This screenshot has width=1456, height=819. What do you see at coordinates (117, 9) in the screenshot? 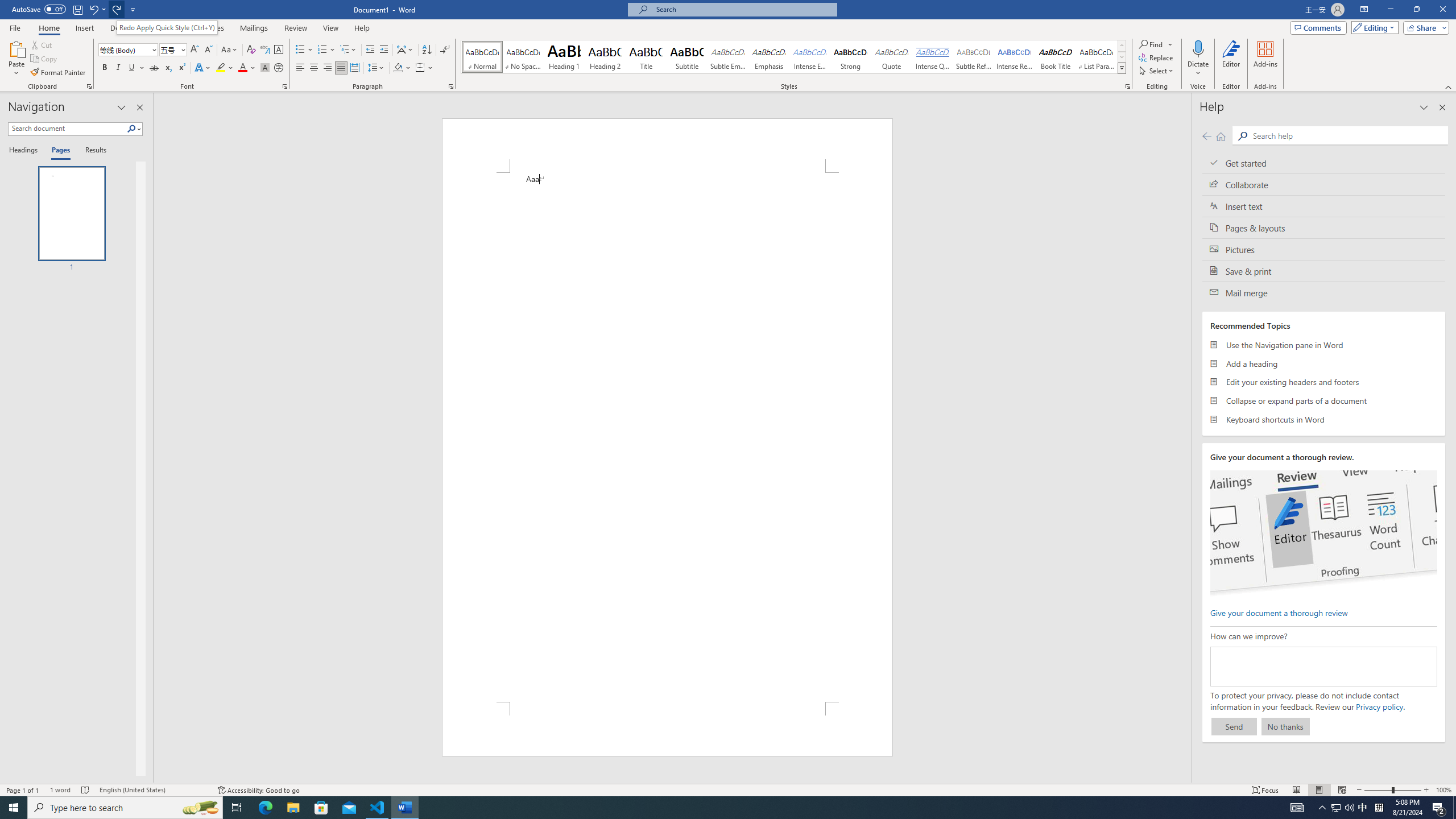
I see `'Redo Apply Quick Style'` at bounding box center [117, 9].